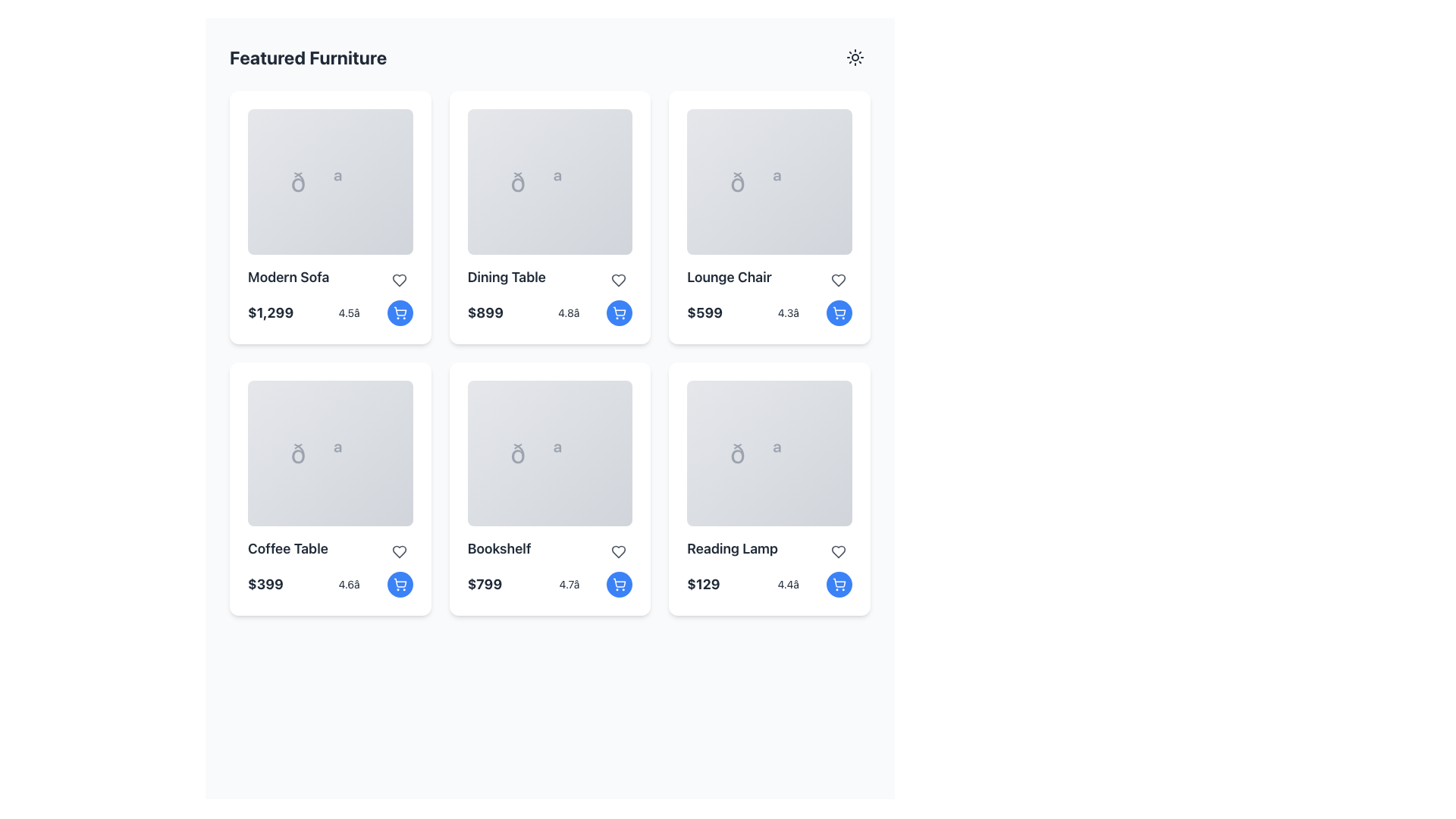  I want to click on the 'Add to Cart' button located in the lower-right corner of the 'Lounge Chair' product card, so click(839, 312).